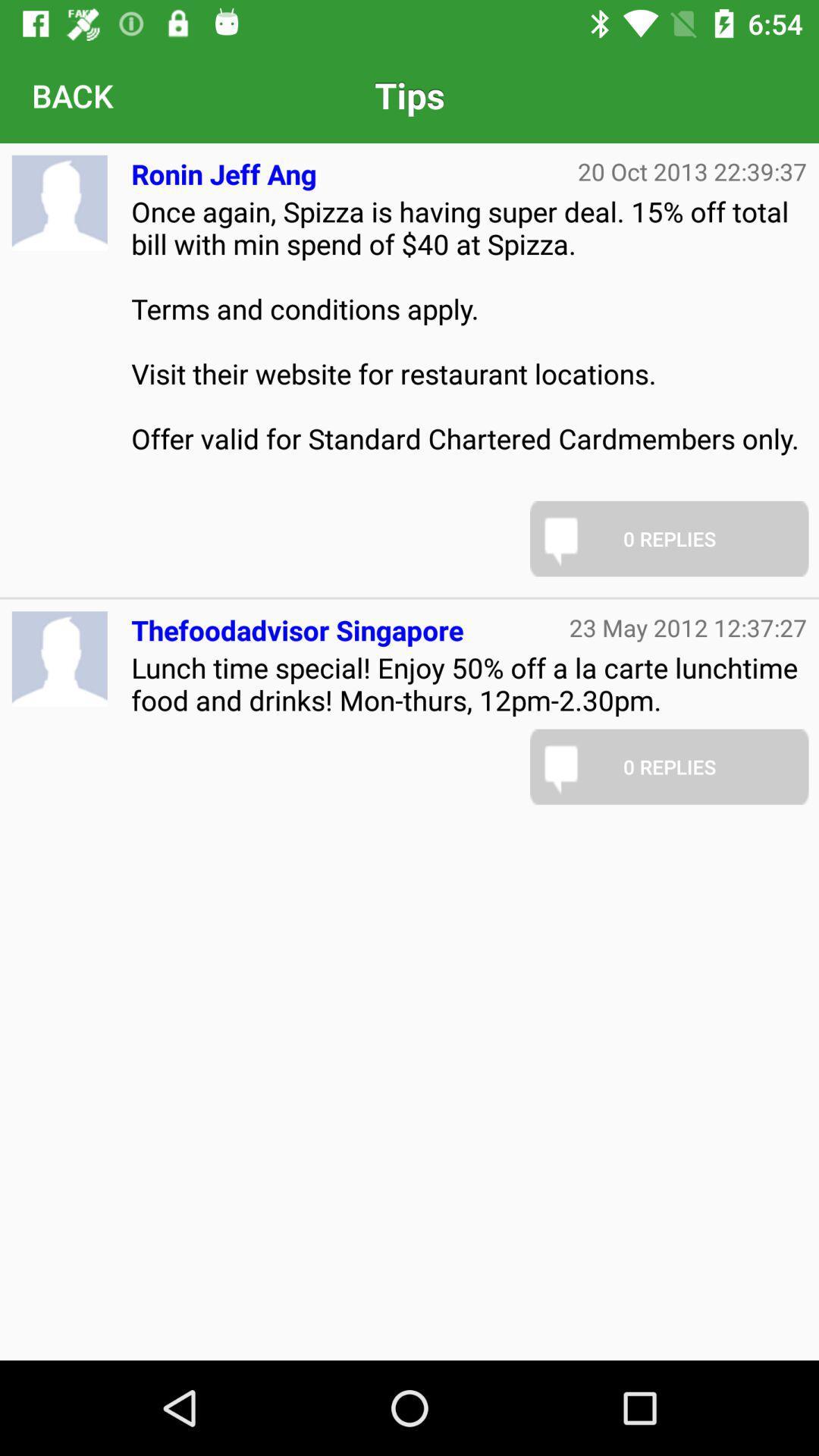  Describe the element at coordinates (468, 682) in the screenshot. I see `the item below thefoodadvisor singapore` at that location.